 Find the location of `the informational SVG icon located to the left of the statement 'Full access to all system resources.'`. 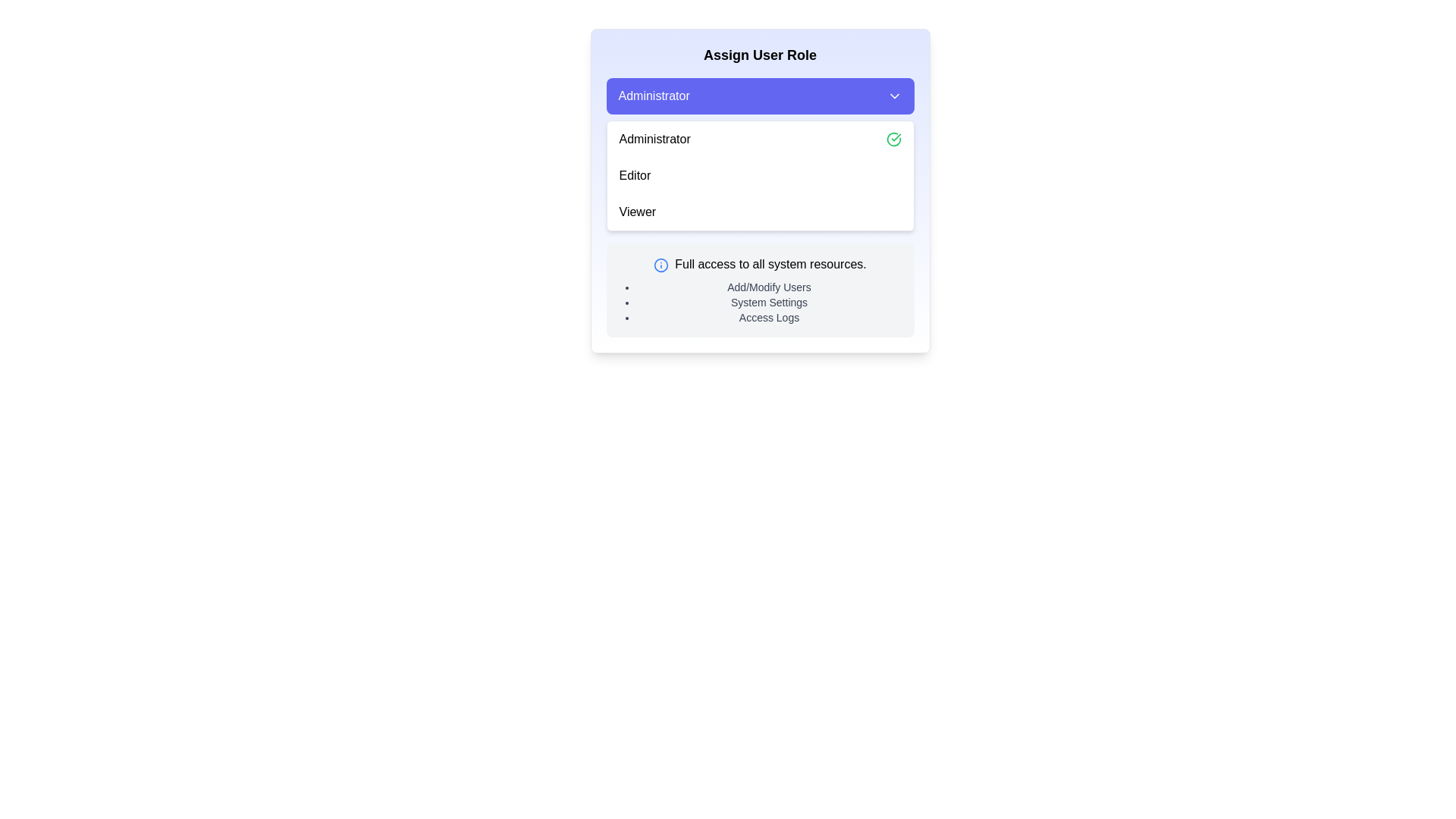

the informational SVG icon located to the left of the statement 'Full access to all system resources.' is located at coordinates (661, 263).